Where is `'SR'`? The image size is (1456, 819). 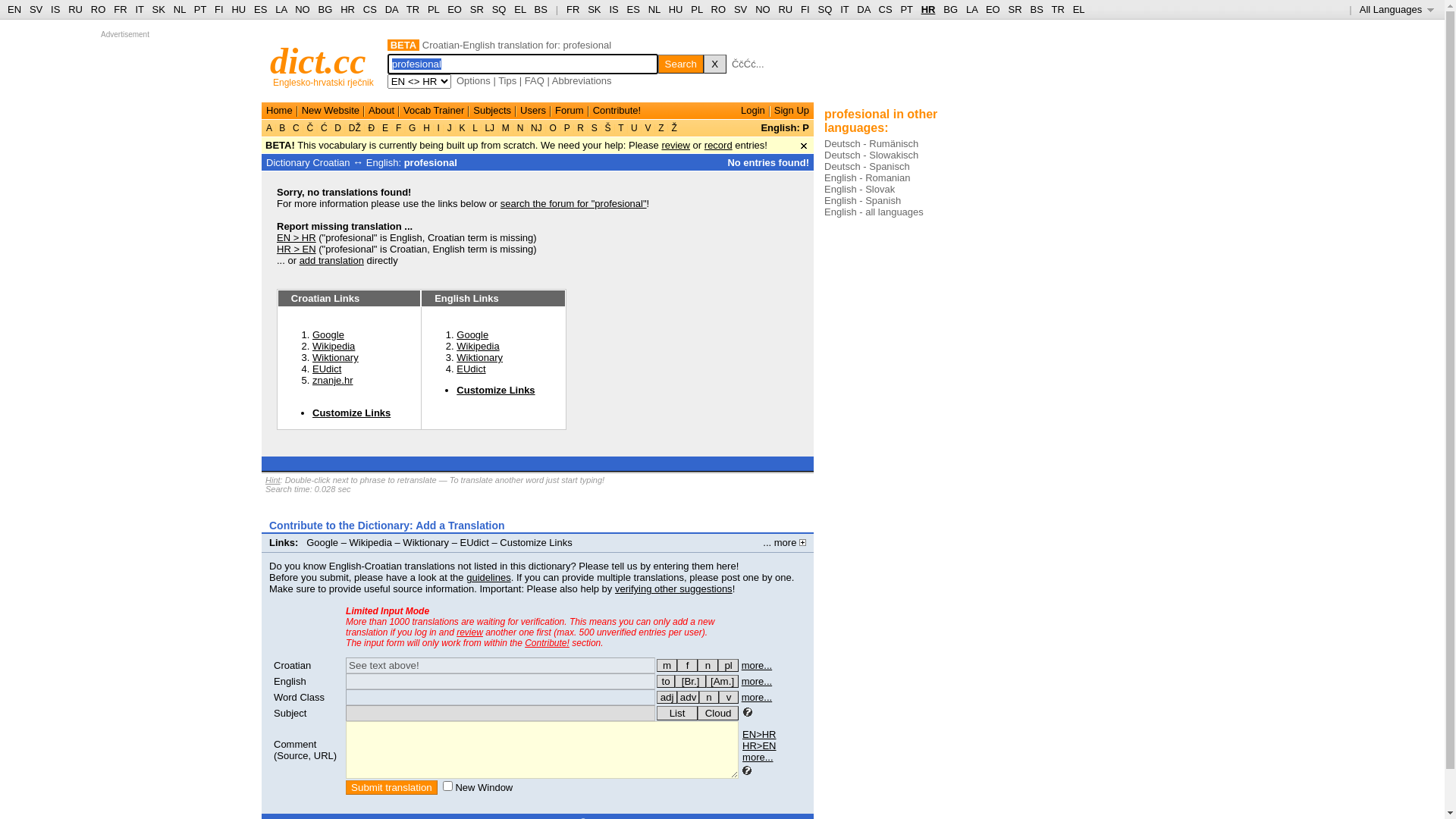 'SR' is located at coordinates (475, 9).